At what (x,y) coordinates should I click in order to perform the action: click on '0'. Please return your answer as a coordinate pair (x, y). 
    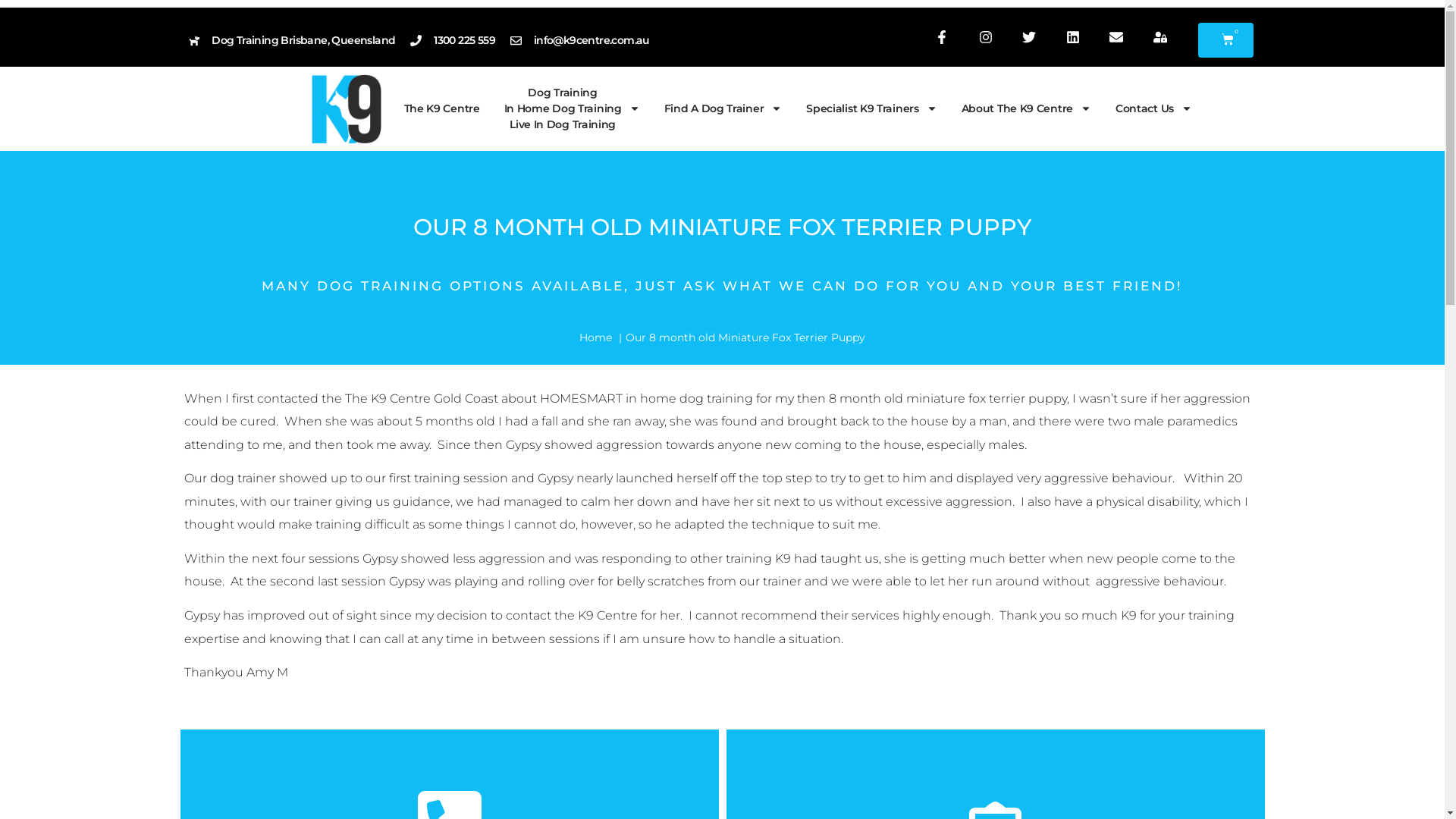
    Looking at the image, I should click on (1225, 39).